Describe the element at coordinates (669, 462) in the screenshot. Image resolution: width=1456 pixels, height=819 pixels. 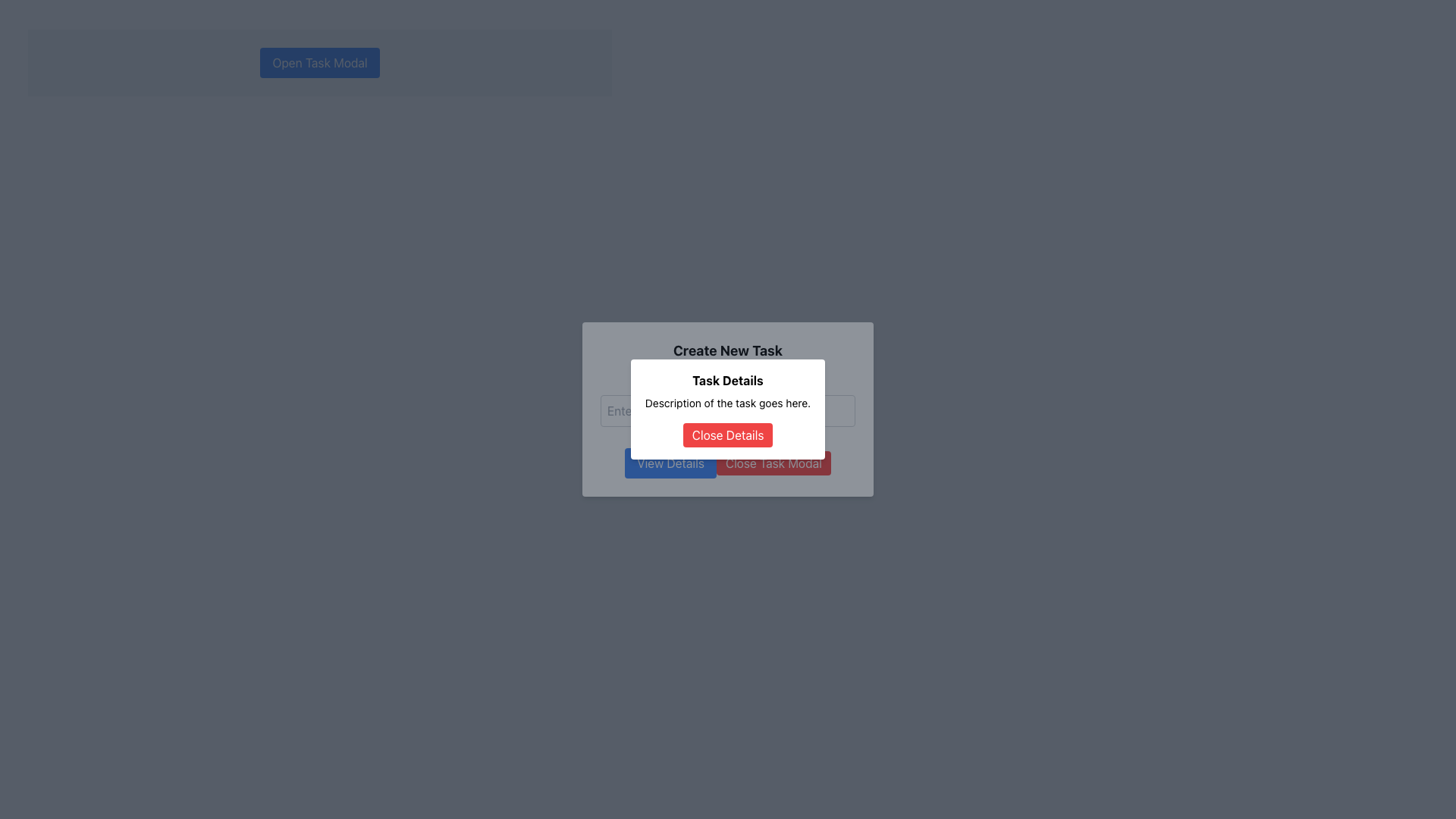
I see `the 'View Details' button, which is a rectangular button with a blue background and rounded corners, located inside the 'Create New Task' modal below the 'Task Name:' input field` at that location.